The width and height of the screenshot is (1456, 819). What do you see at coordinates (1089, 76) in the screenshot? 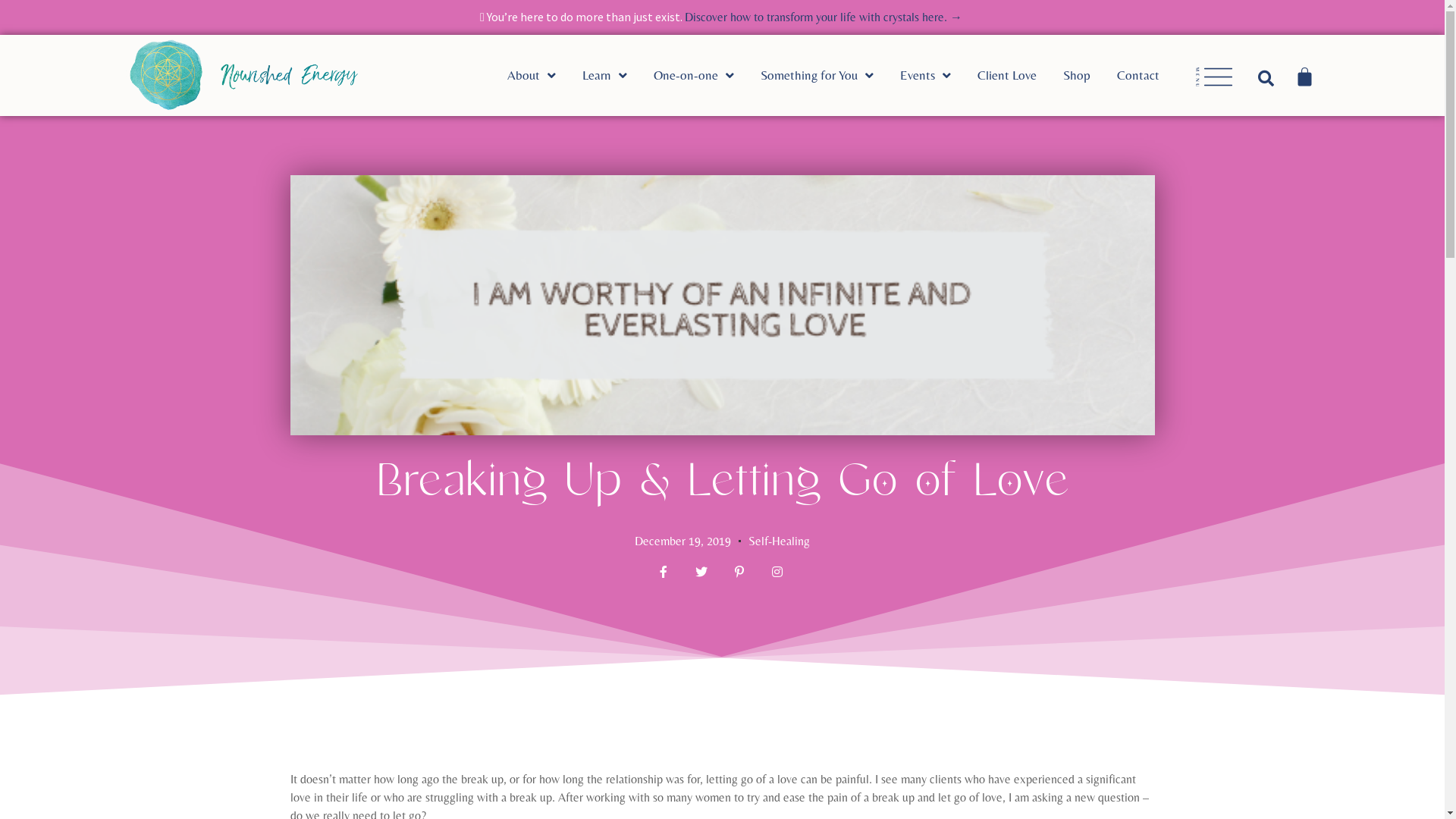
I see `'Shop'` at bounding box center [1089, 76].